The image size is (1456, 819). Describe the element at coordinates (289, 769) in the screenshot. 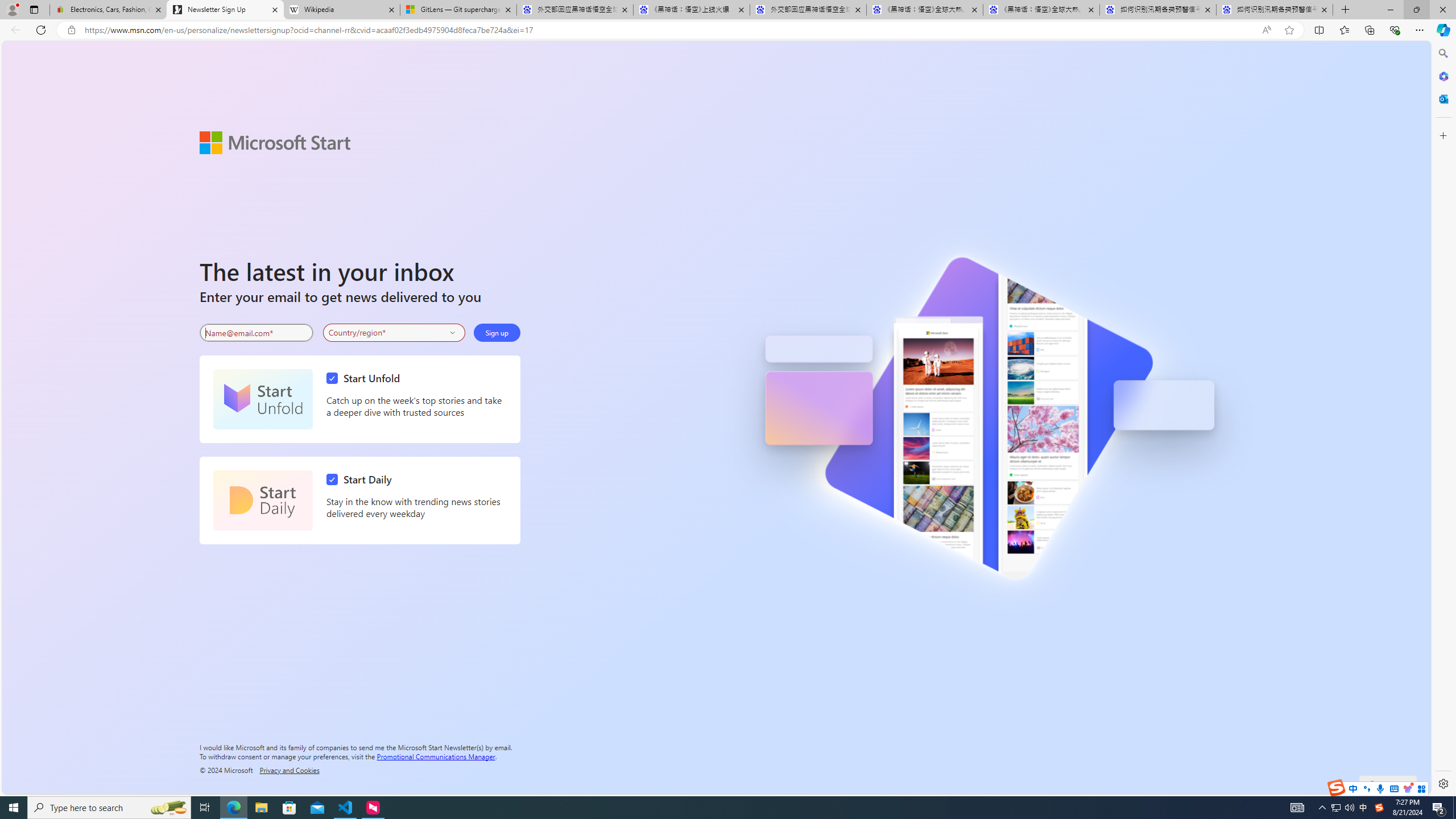

I see `'Privacy and Cookies'` at that location.